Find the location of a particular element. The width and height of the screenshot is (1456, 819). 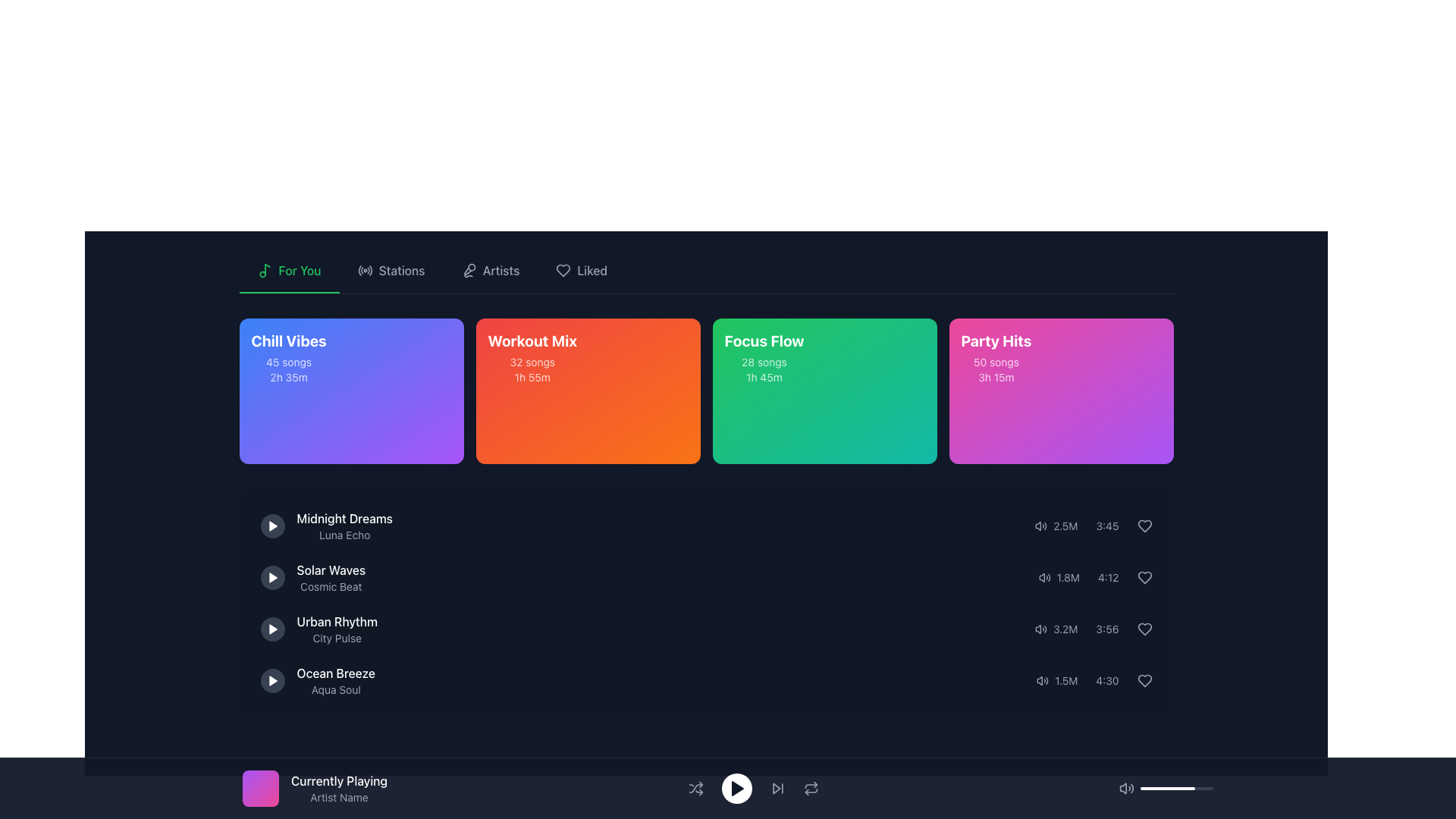

the 'like' button located at the far-right end of the track details row, which toggles between 'liked' and 'unliked' states is located at coordinates (1144, 680).